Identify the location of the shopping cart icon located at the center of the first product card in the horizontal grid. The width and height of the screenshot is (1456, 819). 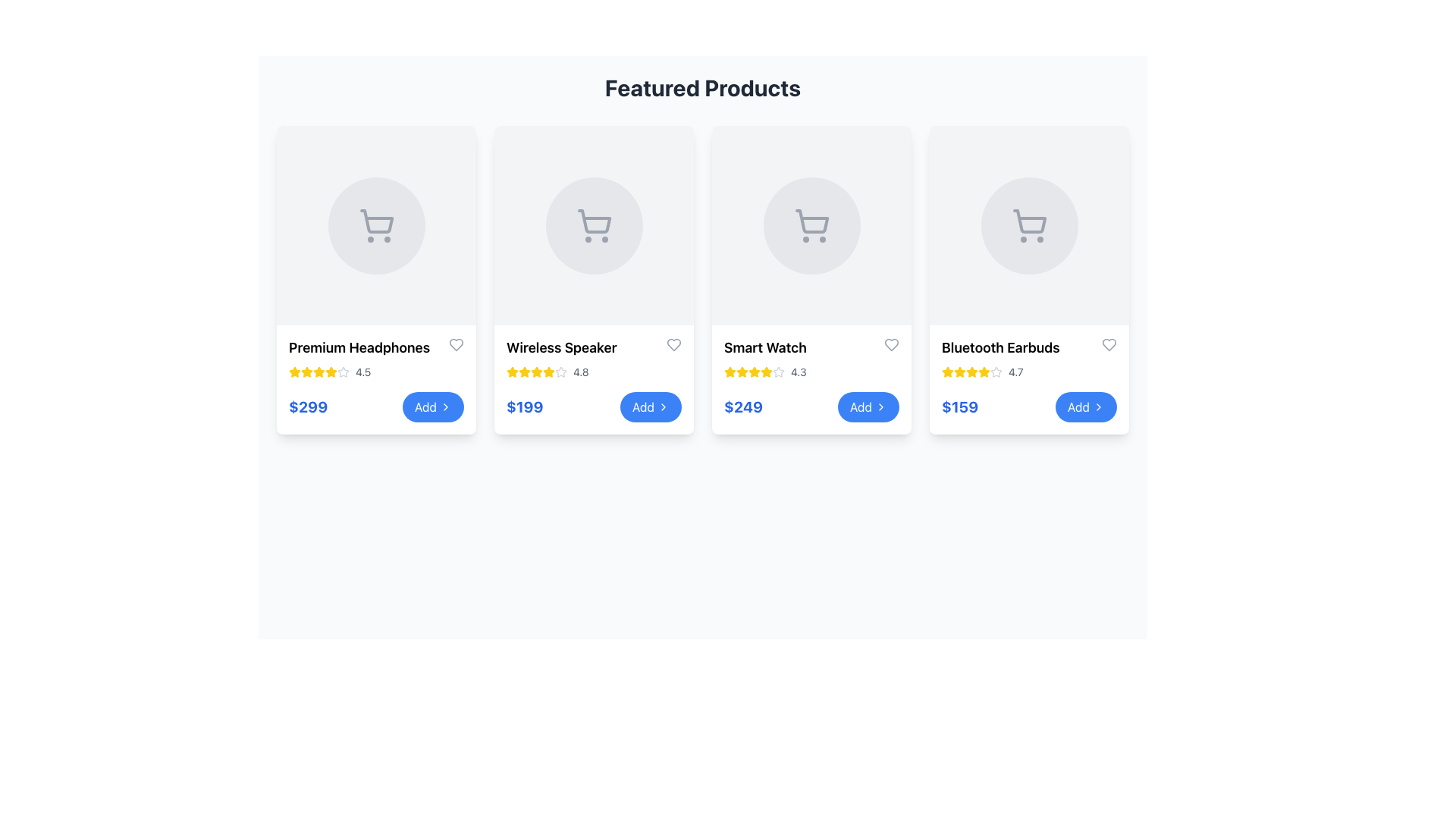
(376, 225).